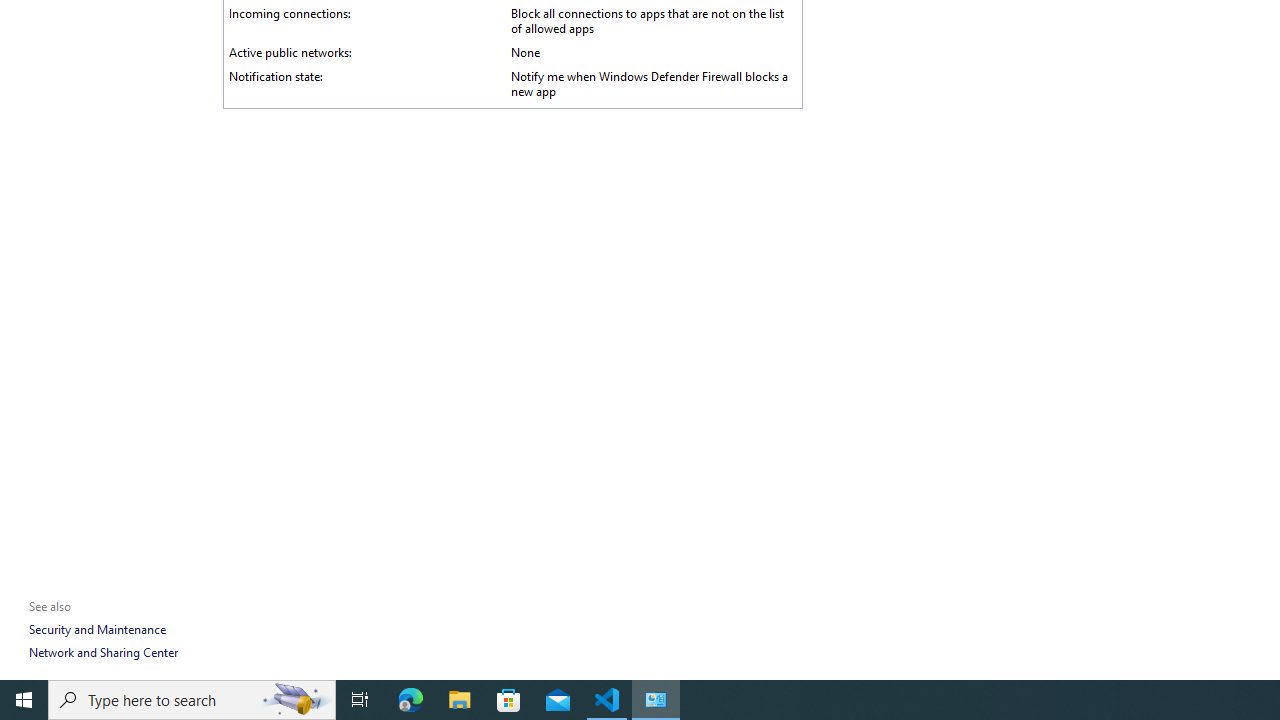 The image size is (1280, 720). Describe the element at coordinates (410, 698) in the screenshot. I see `'Microsoft Edge'` at that location.